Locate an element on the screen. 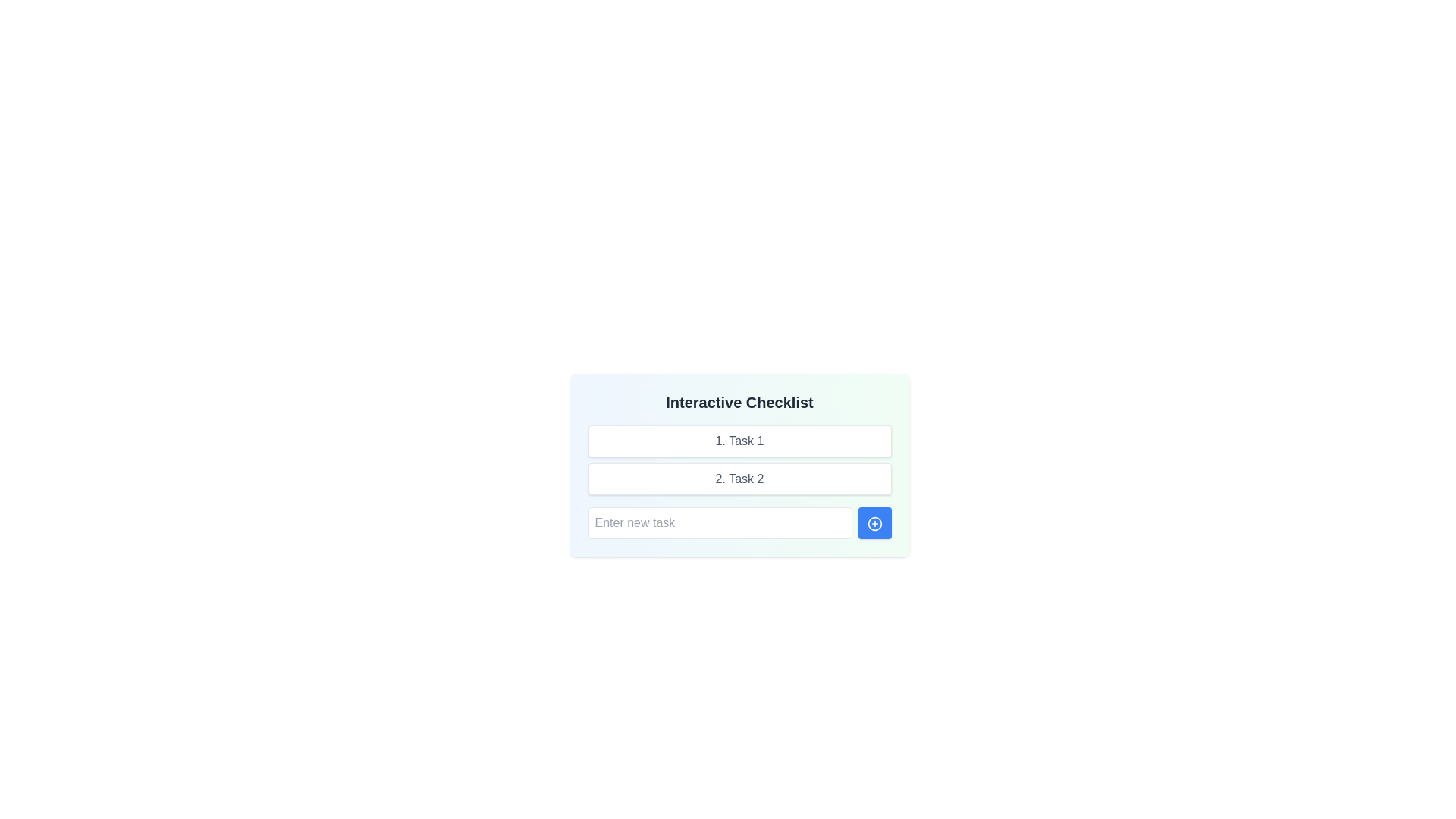 The image size is (1456, 819). the static text box labeled as the second item in the 'Interactive Checklist', positioned below '1. Task 1' is located at coordinates (739, 479).